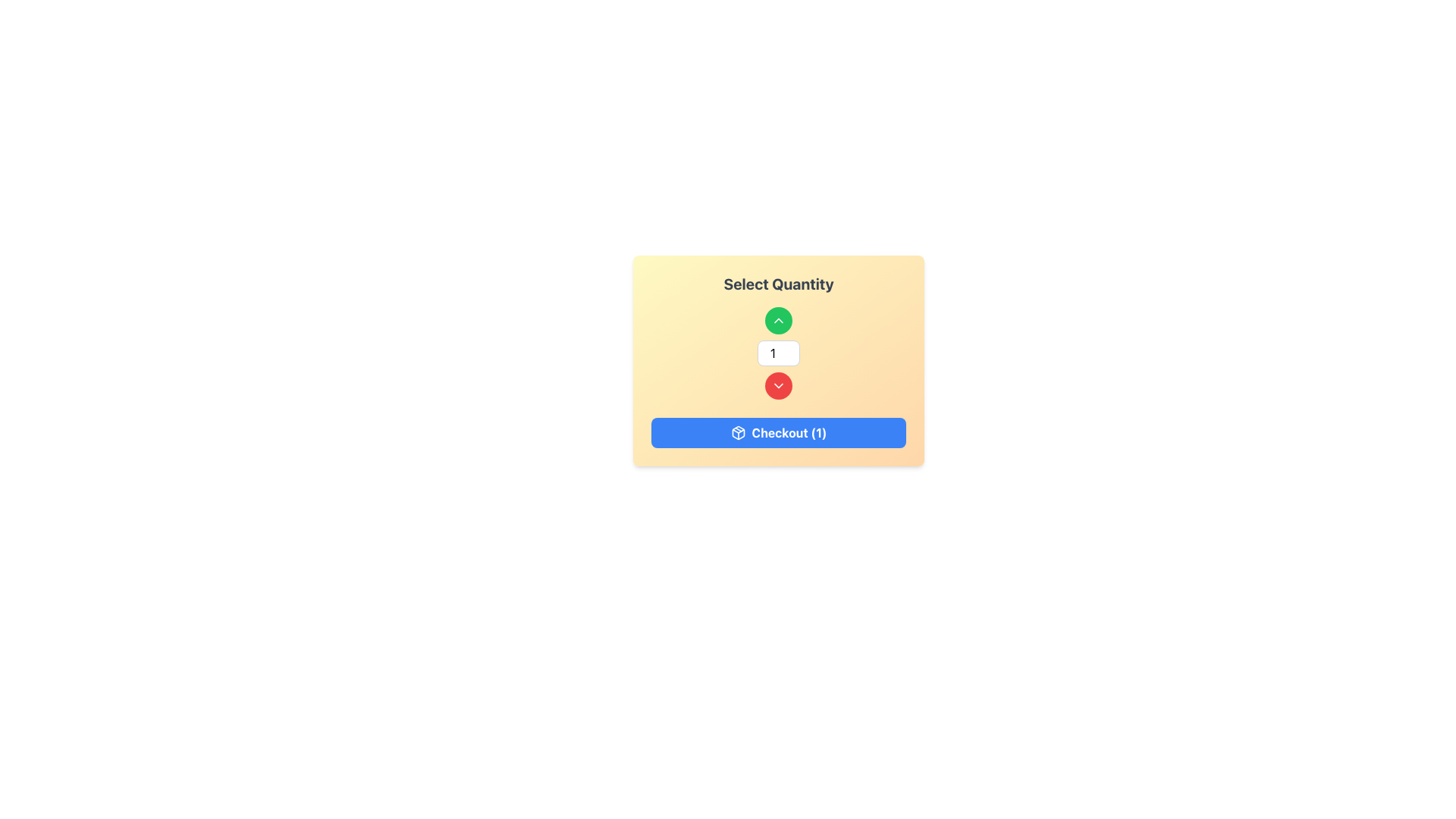 The image size is (1456, 819). What do you see at coordinates (779, 353) in the screenshot?
I see `the Number Input Field located below the green circular button with an upwards arrow and above the red circular button with a downwards arrow` at bounding box center [779, 353].